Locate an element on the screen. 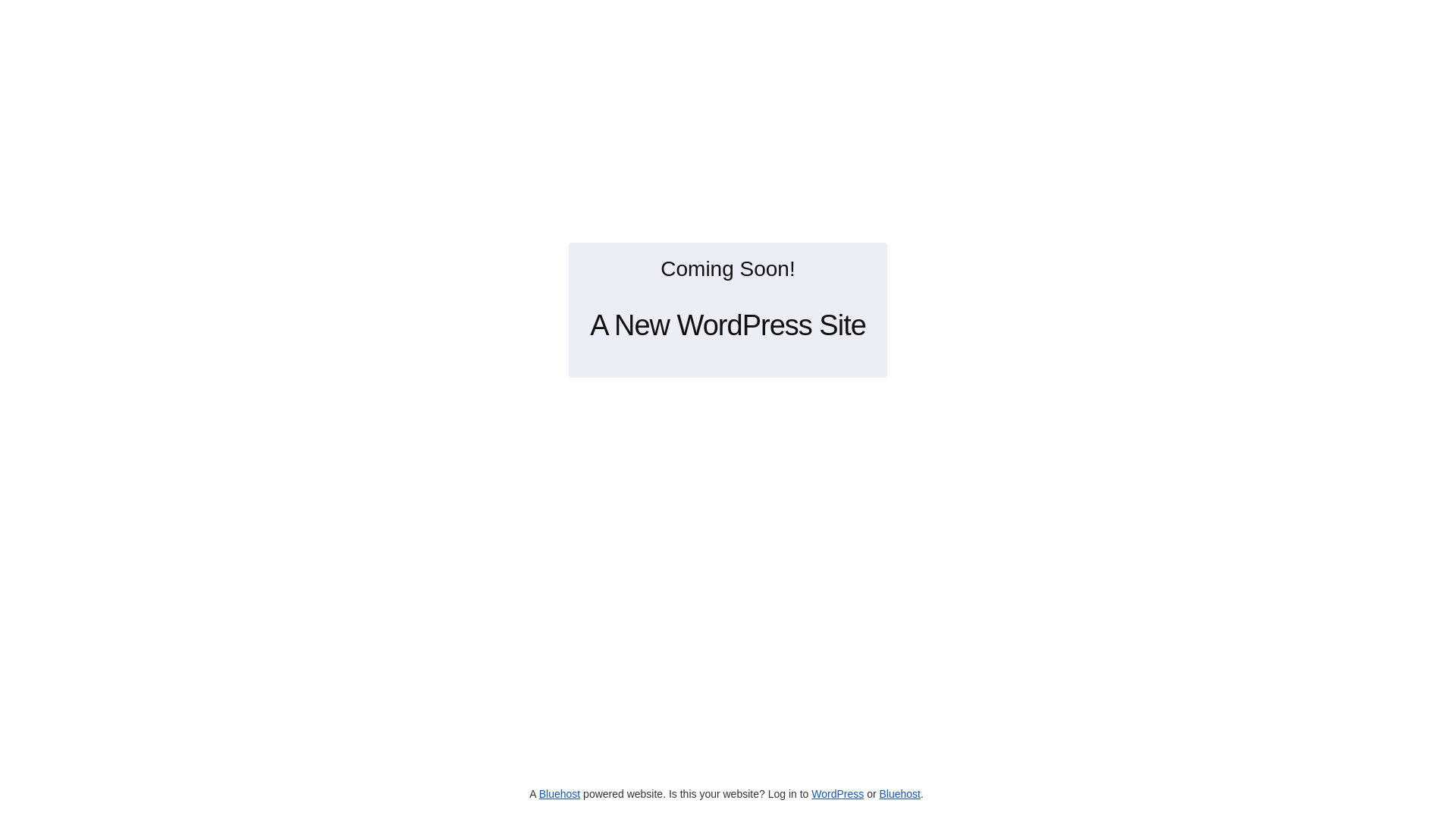 The height and width of the screenshot is (819, 1456). 'Bluehost' is located at coordinates (559, 792).